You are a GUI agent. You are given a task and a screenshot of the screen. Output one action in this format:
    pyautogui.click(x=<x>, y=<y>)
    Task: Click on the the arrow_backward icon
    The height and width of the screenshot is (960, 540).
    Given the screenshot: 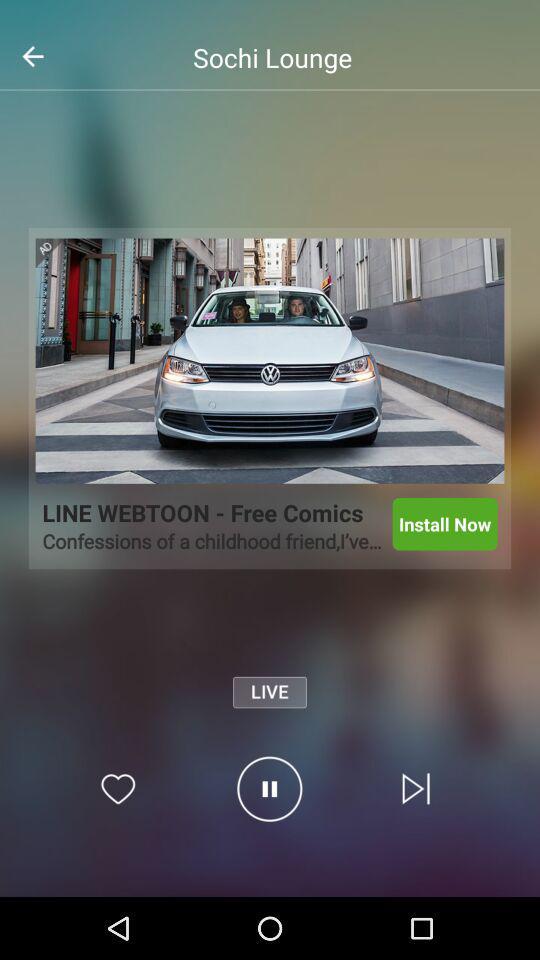 What is the action you would take?
    pyautogui.click(x=31, y=55)
    